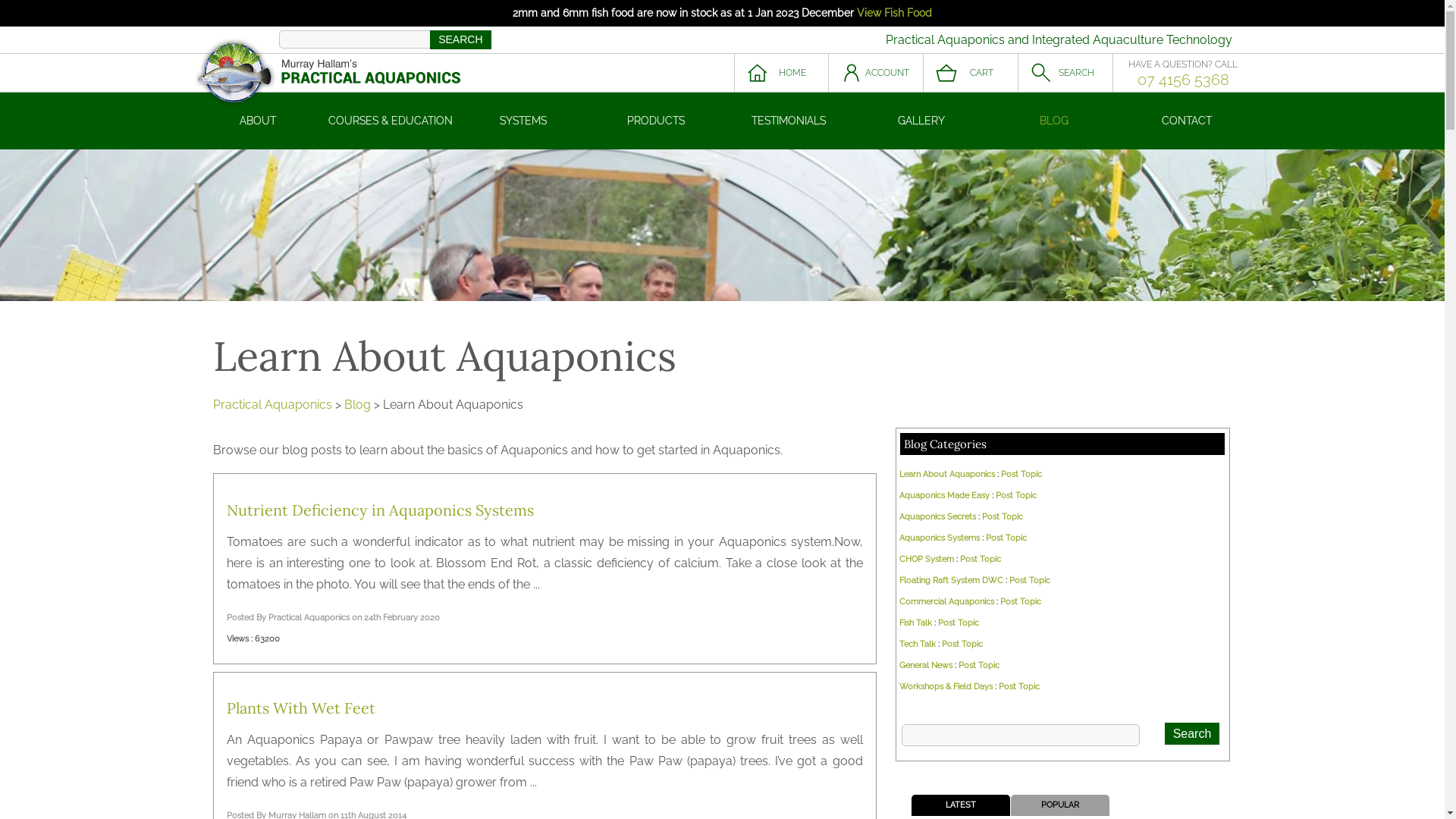  What do you see at coordinates (788, 120) in the screenshot?
I see `'TESTIMONIALS'` at bounding box center [788, 120].